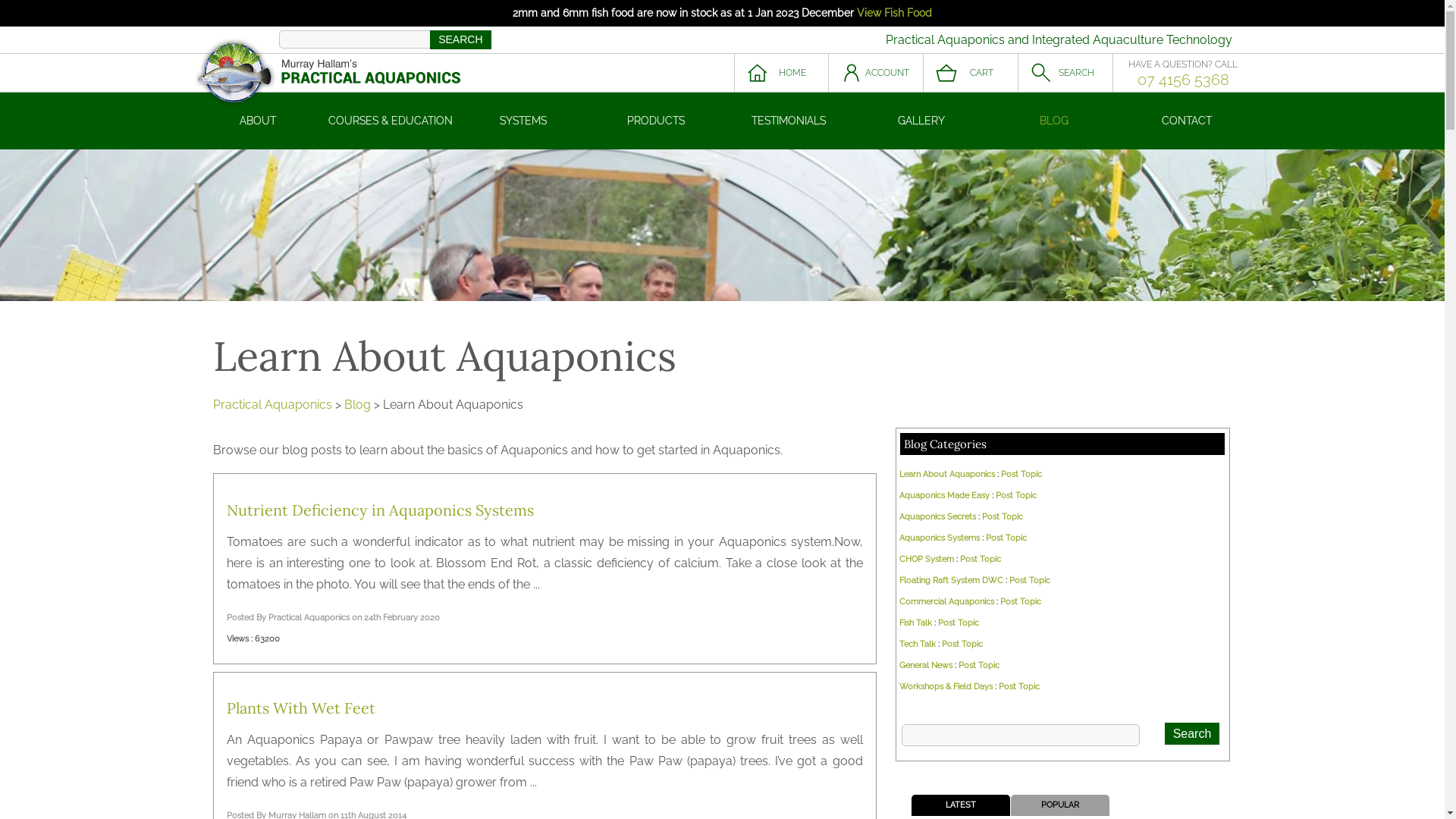  What do you see at coordinates (788, 120) in the screenshot?
I see `'TESTIMONIALS'` at bounding box center [788, 120].